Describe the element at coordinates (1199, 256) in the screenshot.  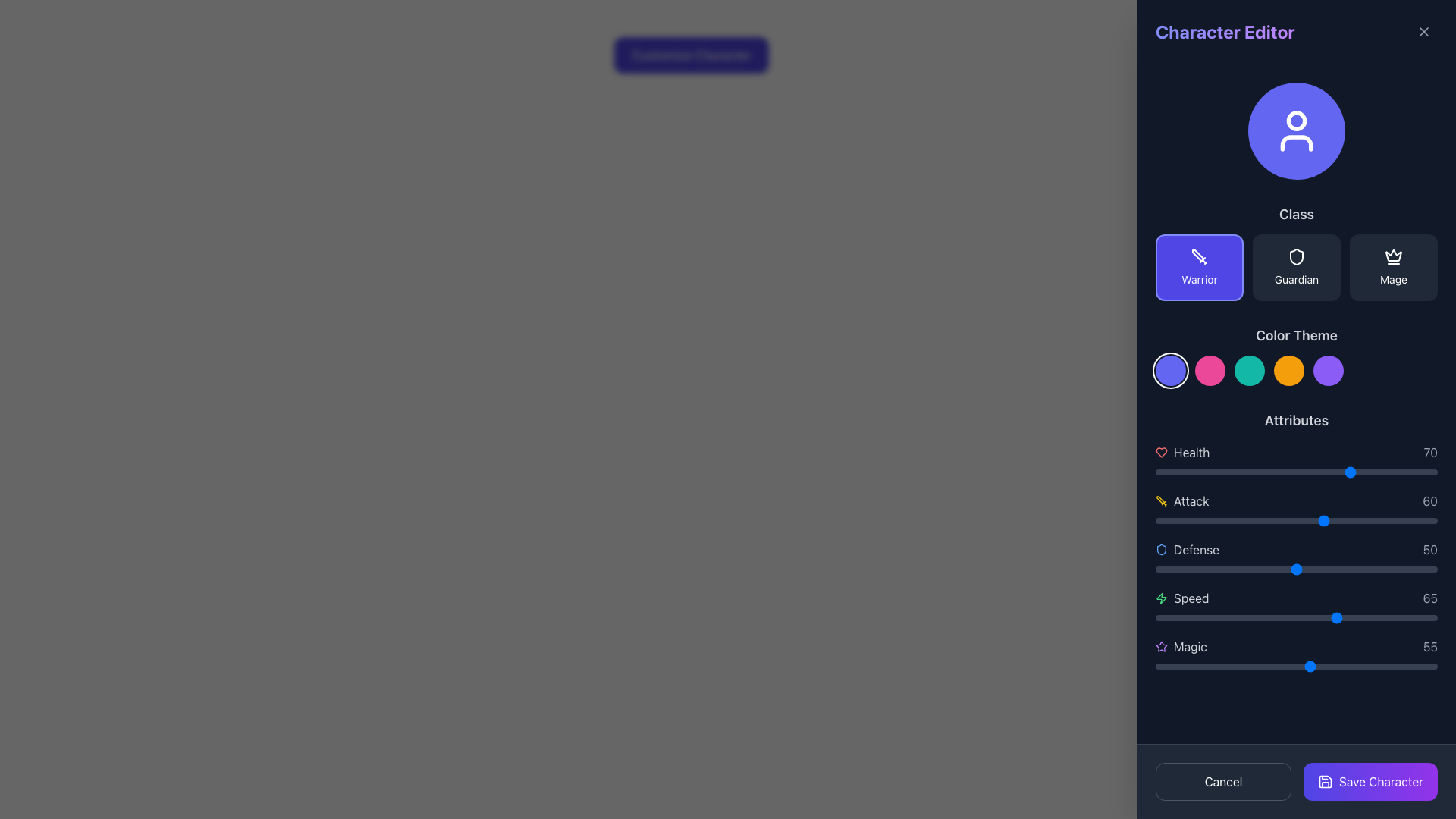
I see `the 'Warrior' class icon located inside the 'Warrior' button in the 'Character Editor' section on the right side of the interface` at that location.